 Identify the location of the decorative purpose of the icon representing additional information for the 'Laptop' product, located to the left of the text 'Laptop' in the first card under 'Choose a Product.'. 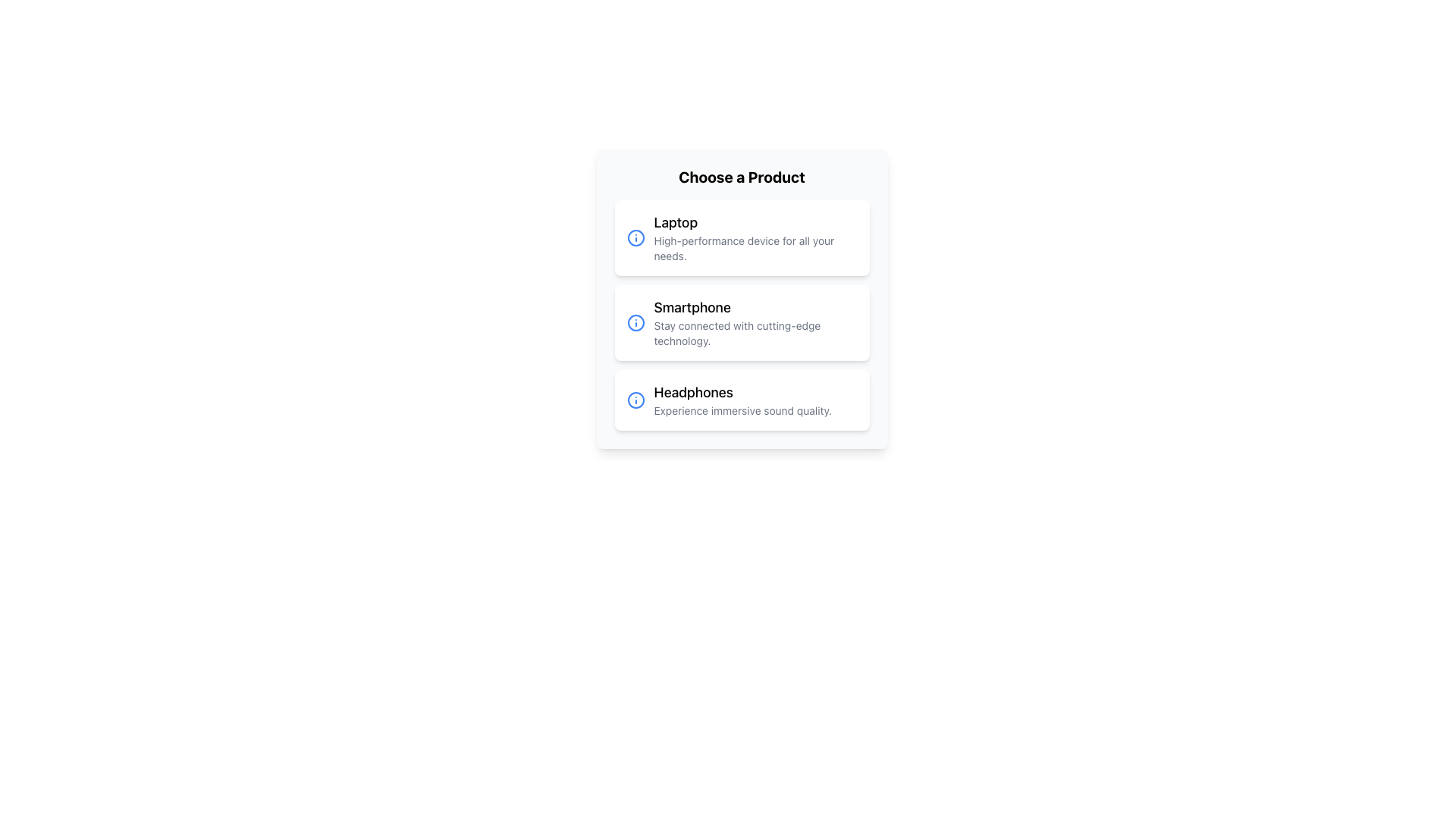
(635, 237).